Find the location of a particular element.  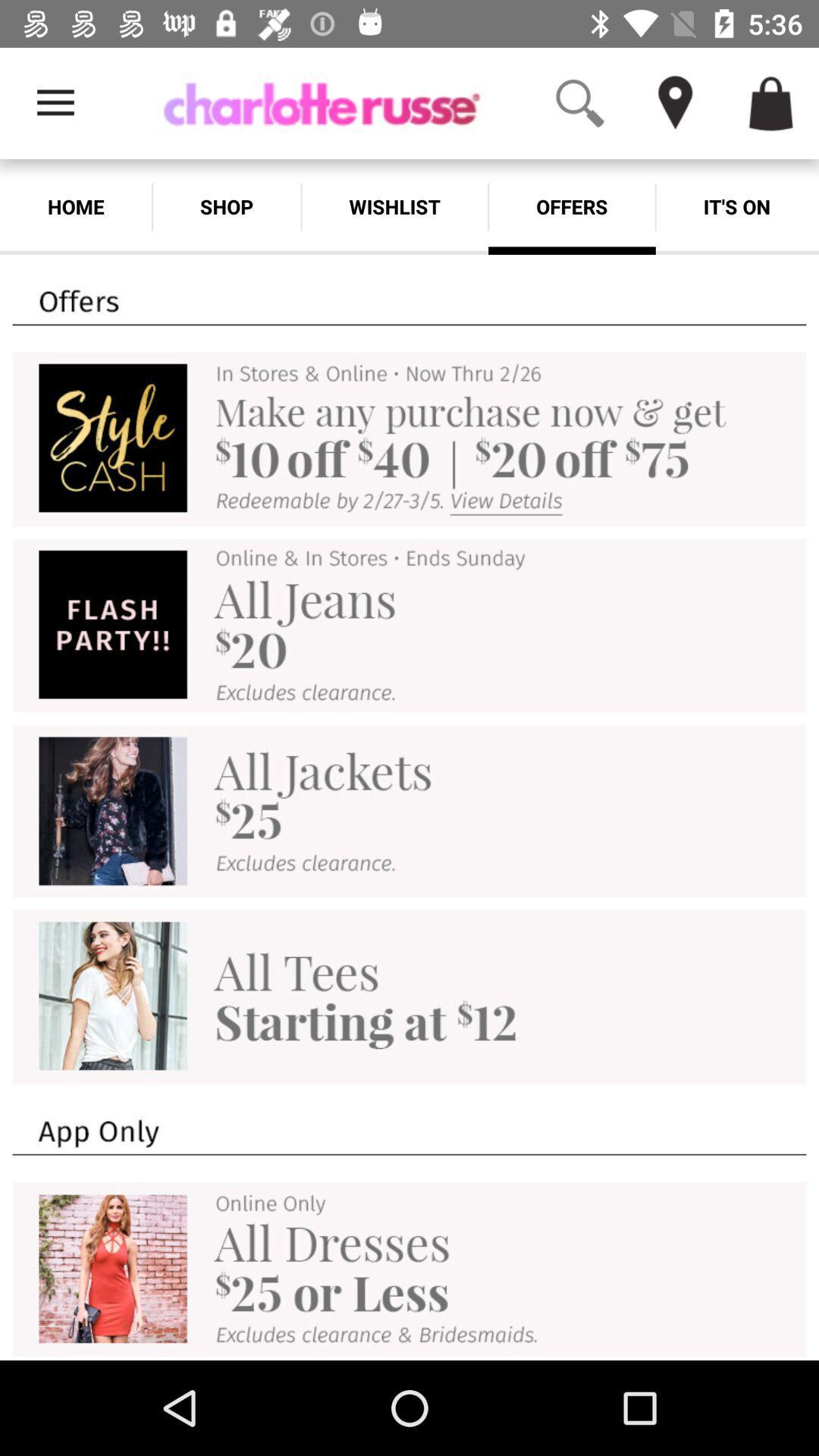

item to the left of the it's on is located at coordinates (572, 206).